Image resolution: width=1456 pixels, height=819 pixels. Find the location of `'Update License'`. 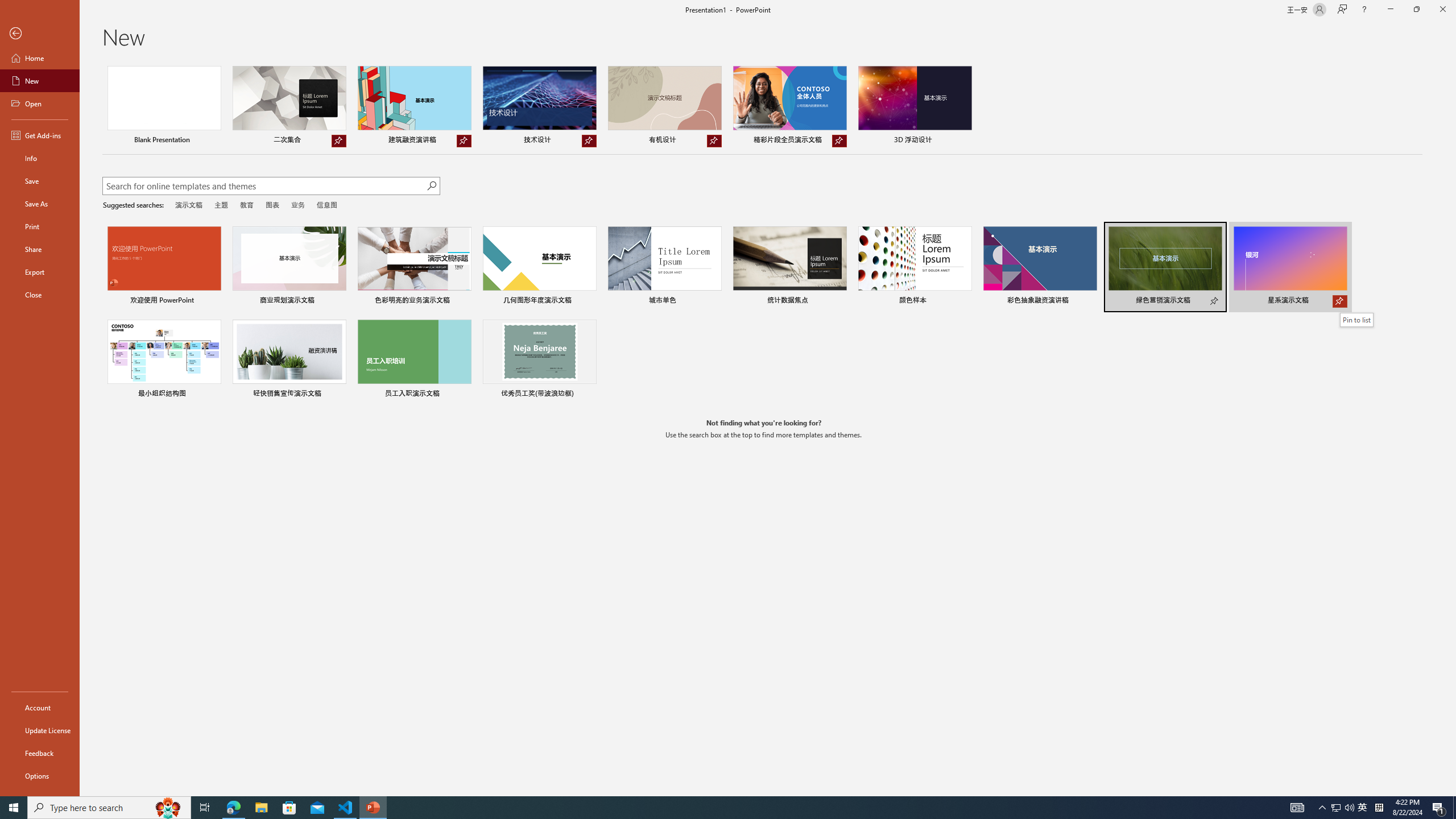

'Update License' is located at coordinates (39, 730).